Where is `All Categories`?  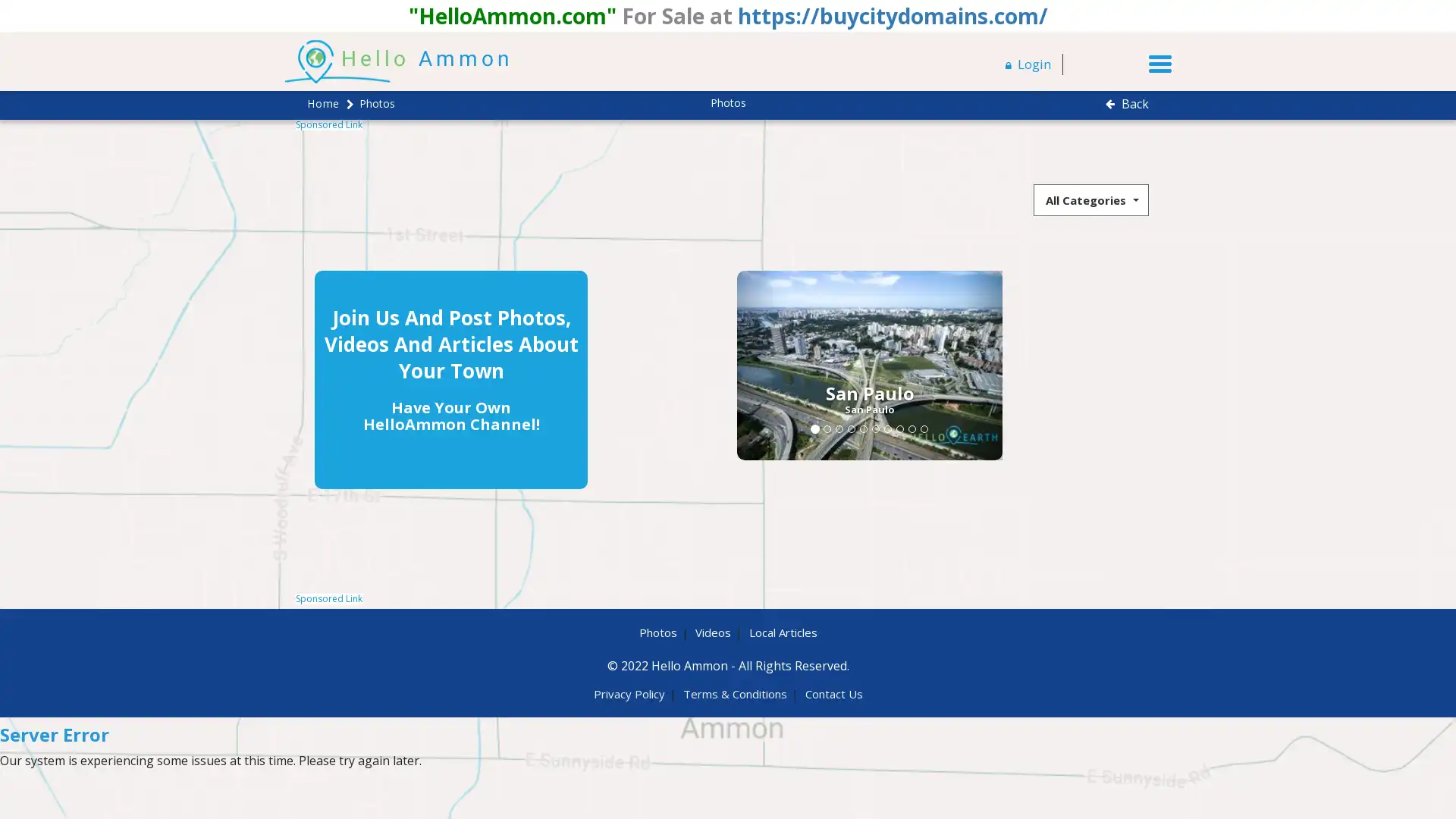
All Categories is located at coordinates (1090, 198).